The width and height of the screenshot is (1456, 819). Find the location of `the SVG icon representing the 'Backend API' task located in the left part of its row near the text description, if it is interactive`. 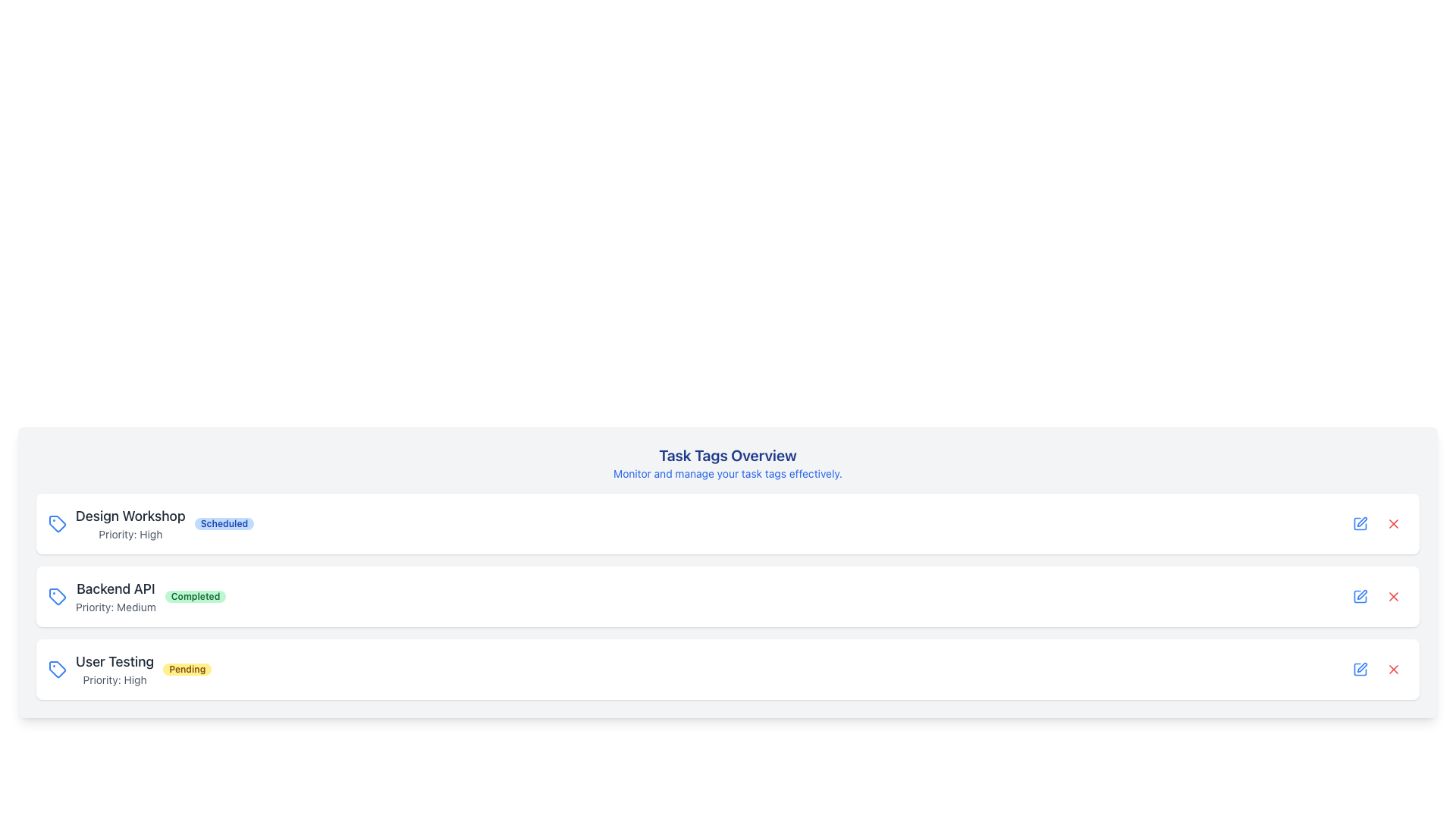

the SVG icon representing the 'Backend API' task located in the left part of its row near the text description, if it is interactive is located at coordinates (58, 595).